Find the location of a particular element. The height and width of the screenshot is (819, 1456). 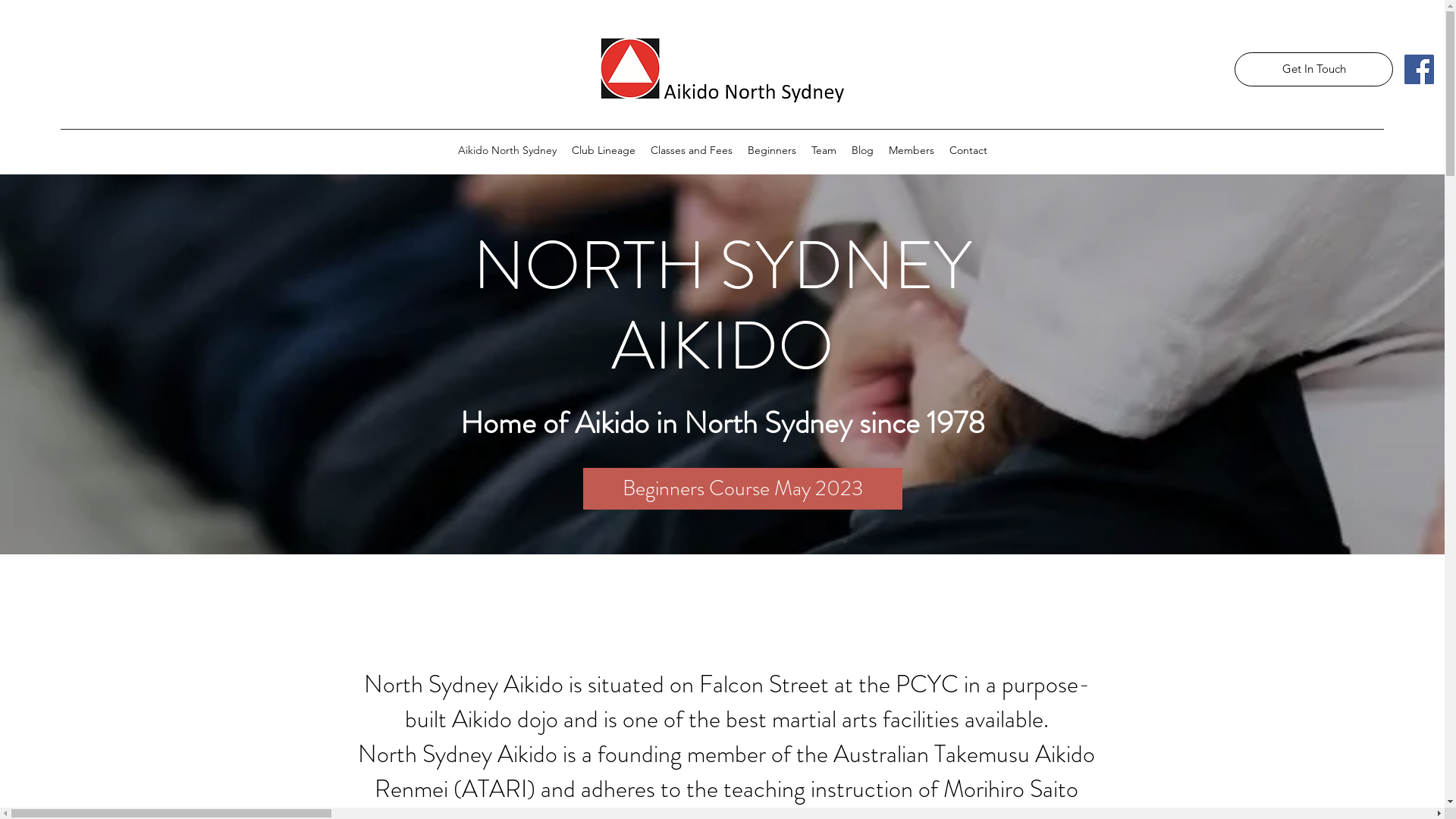

'Beginners Course May 2023' is located at coordinates (742, 488).